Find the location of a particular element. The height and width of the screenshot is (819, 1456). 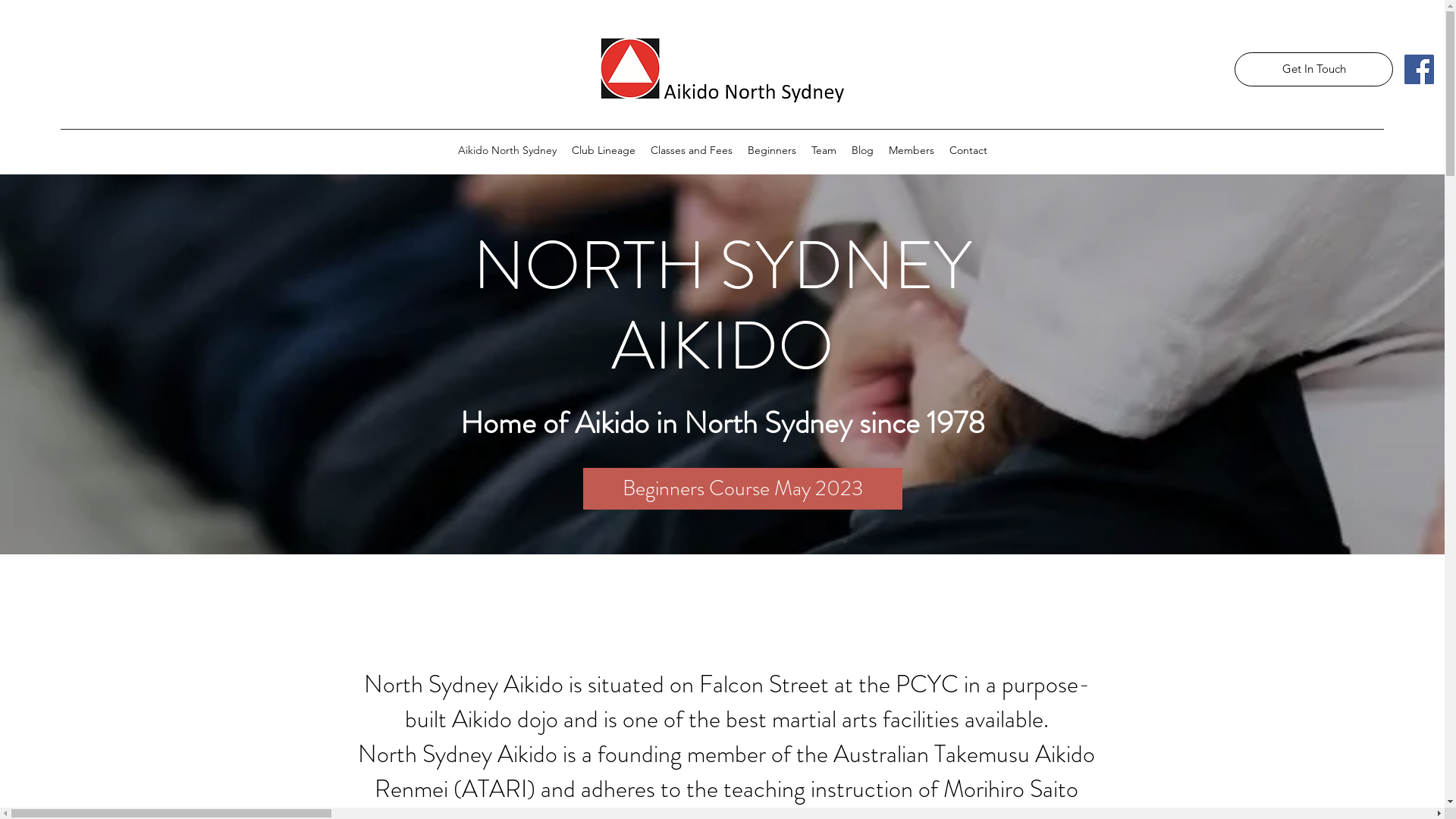

'Beginners Course May 2023' is located at coordinates (742, 488).